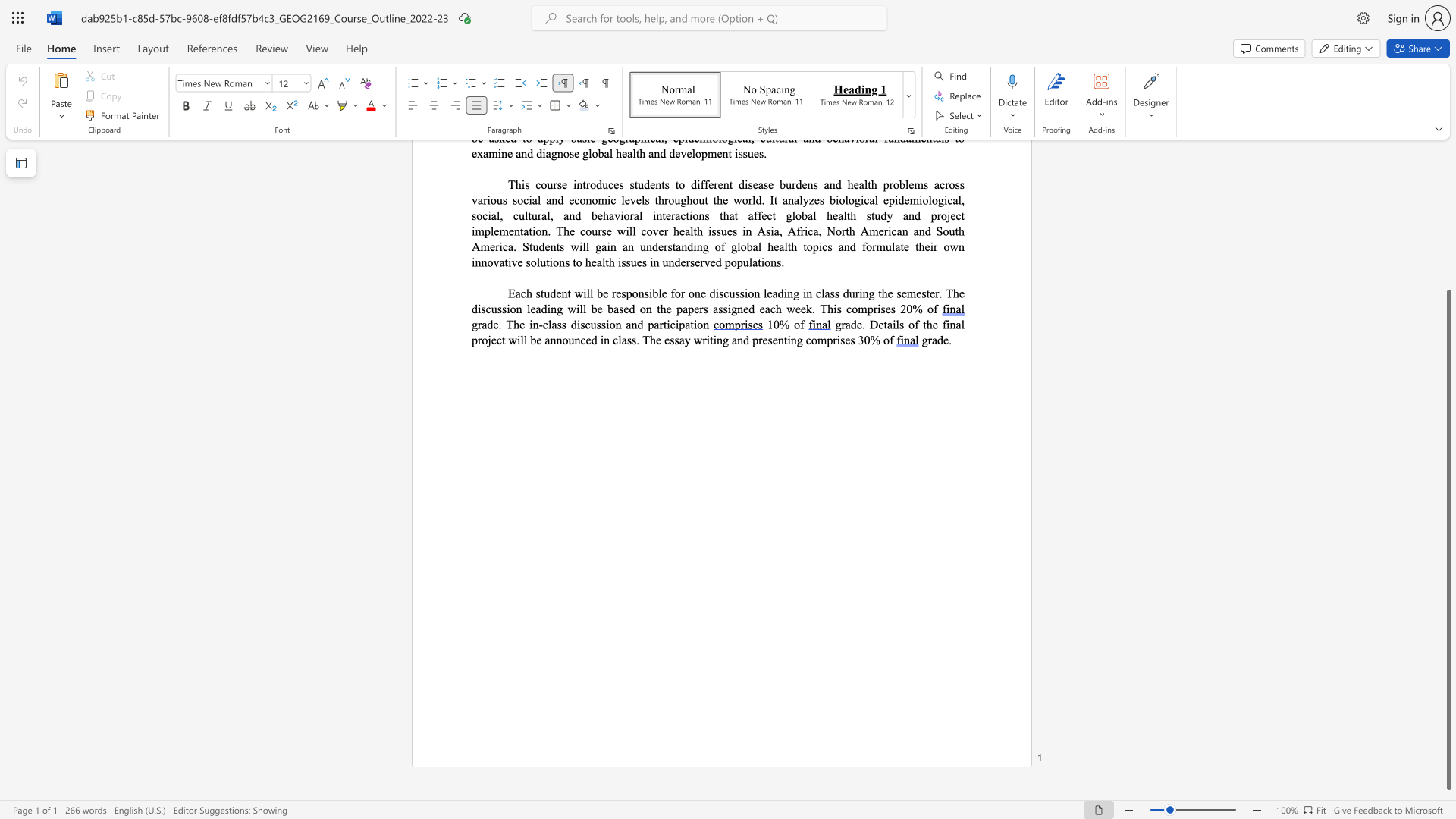 The image size is (1456, 819). What do you see at coordinates (1448, 539) in the screenshot?
I see `the scrollbar and move up 140 pixels` at bounding box center [1448, 539].